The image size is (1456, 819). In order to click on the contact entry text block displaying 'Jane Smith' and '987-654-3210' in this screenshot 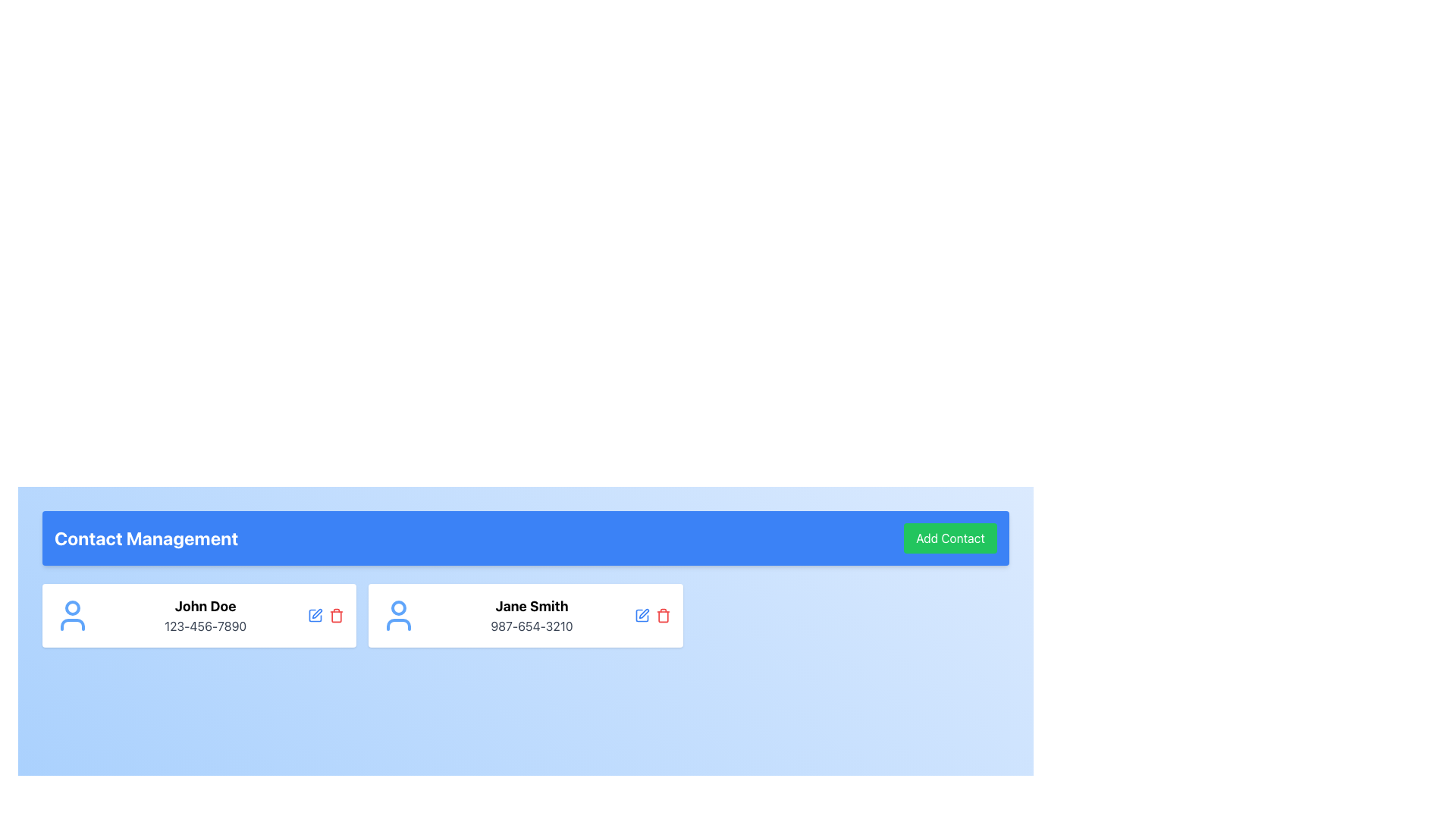, I will do `click(532, 616)`.